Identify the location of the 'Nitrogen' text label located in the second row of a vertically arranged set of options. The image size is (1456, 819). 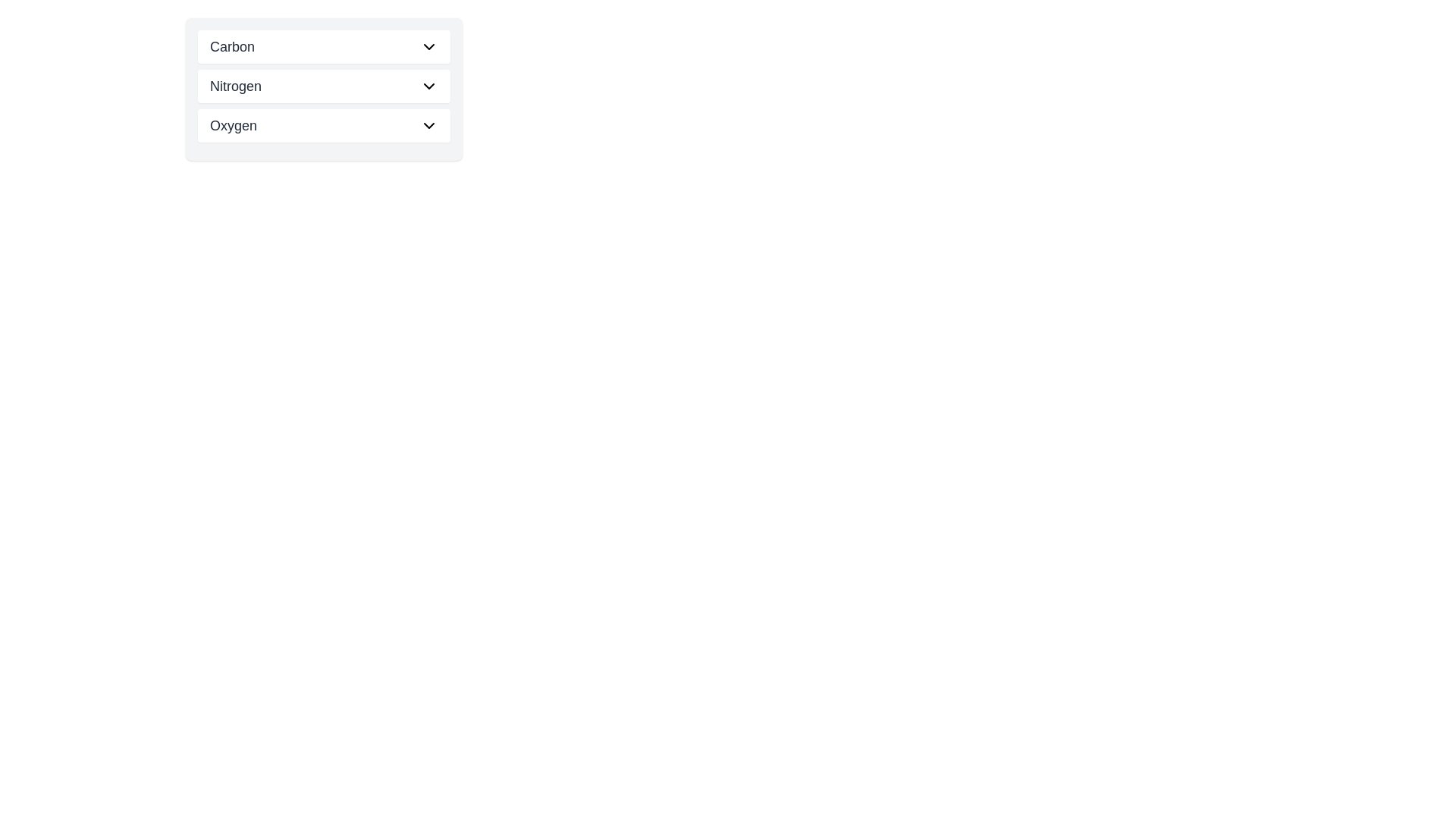
(235, 86).